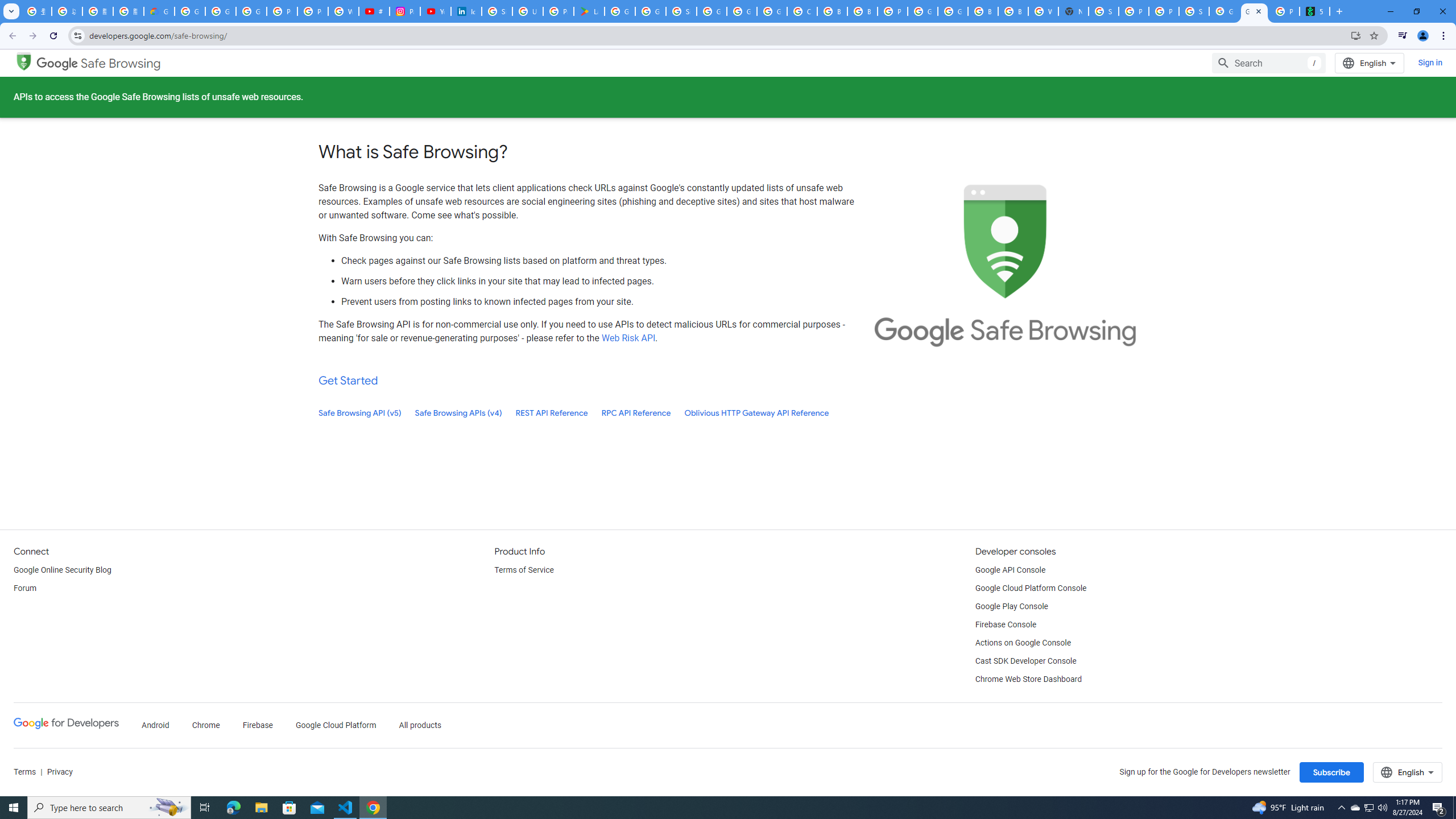 This screenshot has width=1456, height=819. Describe the element at coordinates (1023, 643) in the screenshot. I see `'Actions on Google Console'` at that location.